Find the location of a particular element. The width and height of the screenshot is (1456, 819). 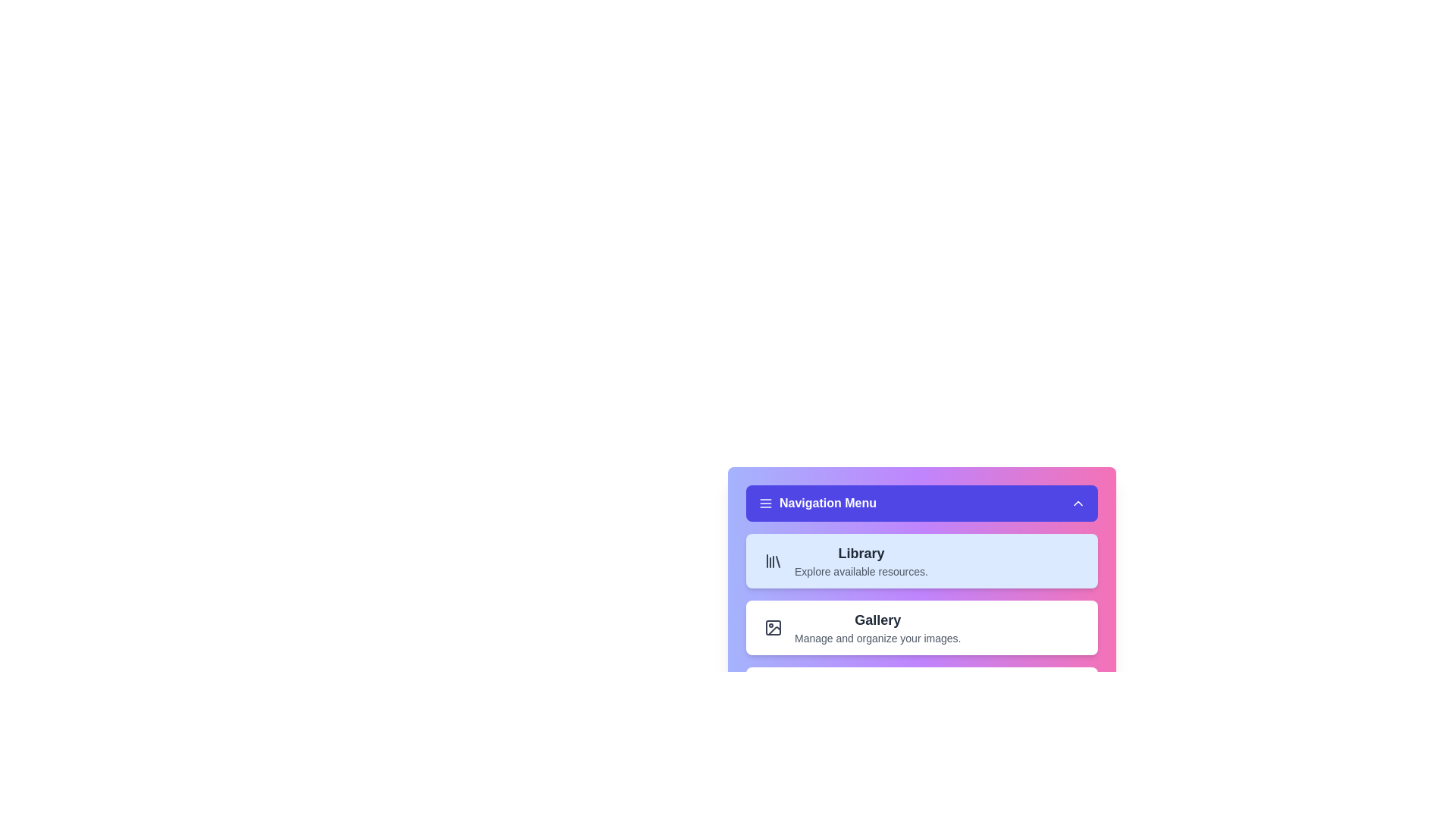

the menu option Library by clicking on it is located at coordinates (921, 561).